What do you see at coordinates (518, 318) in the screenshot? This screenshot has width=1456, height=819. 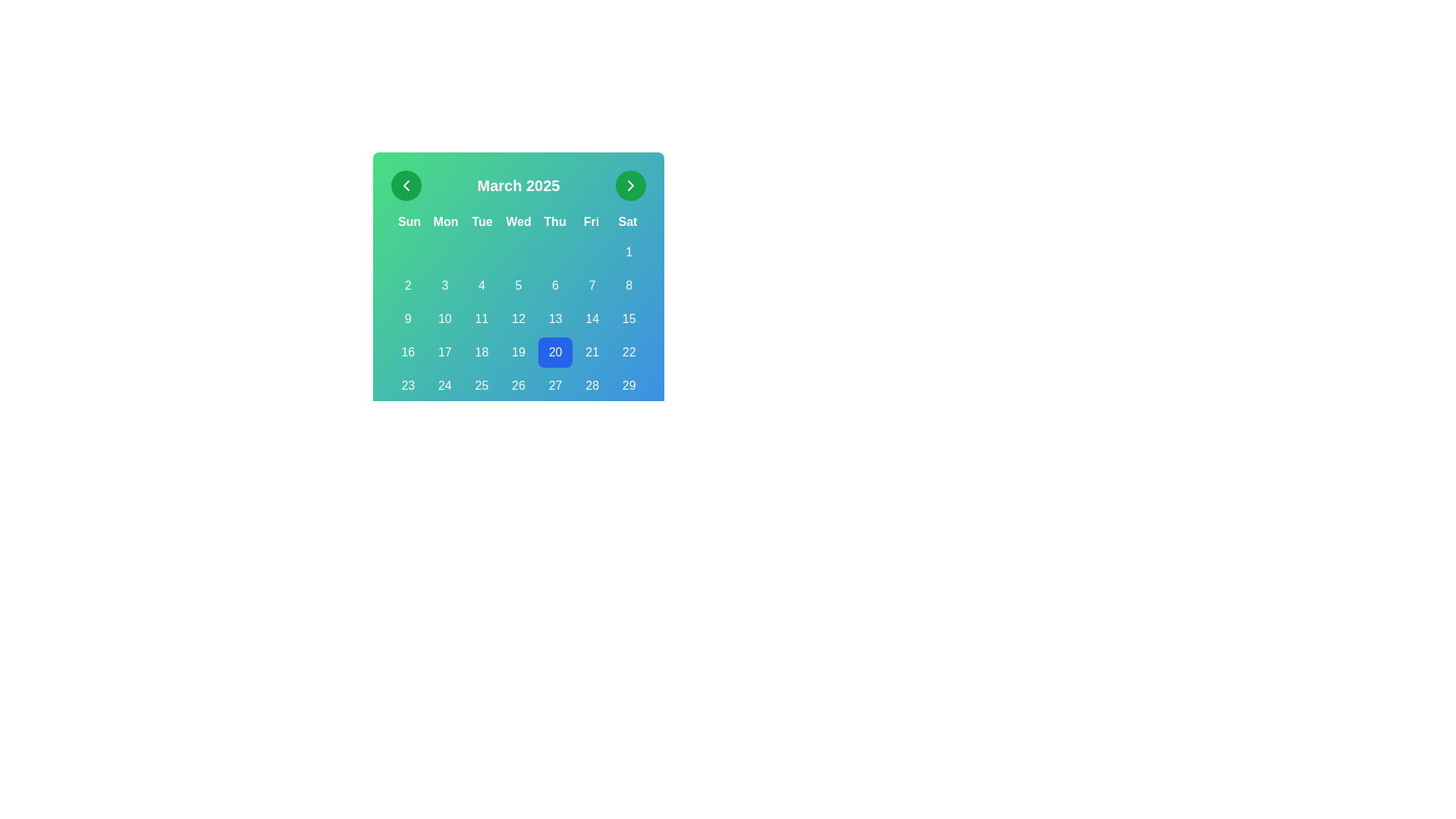 I see `the selectable button representing the 12th day of the month in the calendar grid layout` at bounding box center [518, 318].